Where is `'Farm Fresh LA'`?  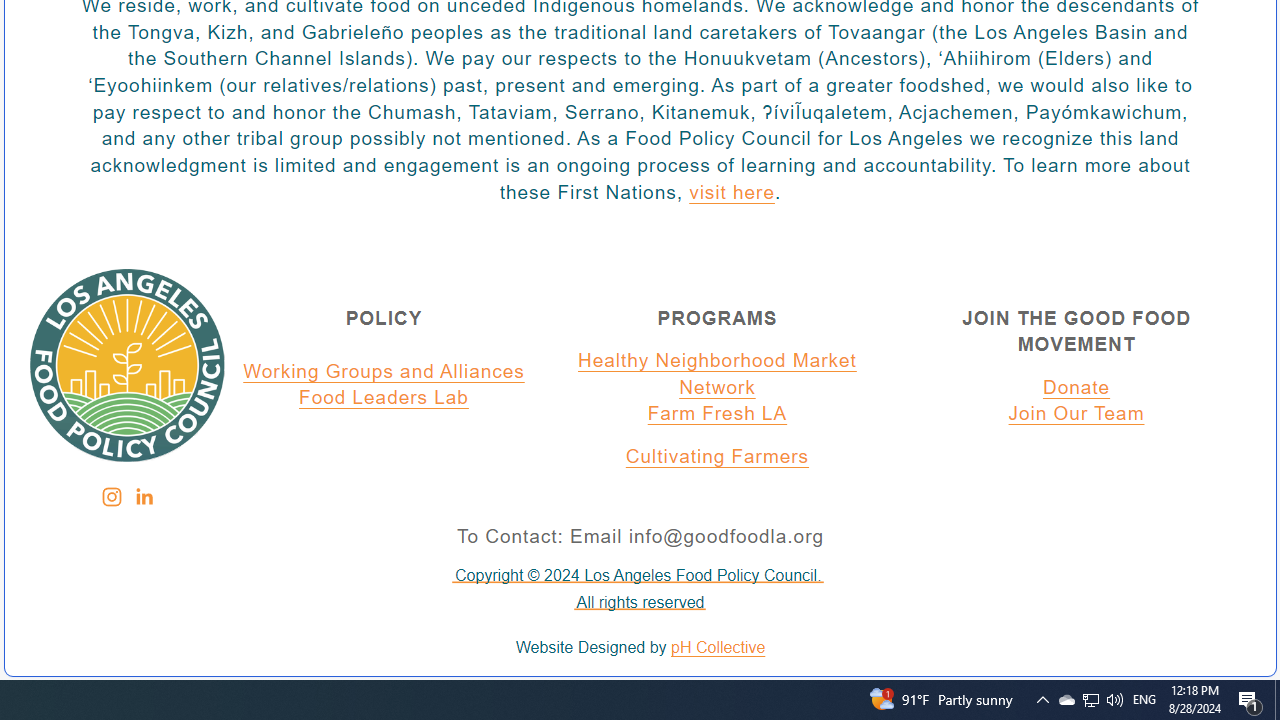 'Farm Fresh LA' is located at coordinates (717, 414).